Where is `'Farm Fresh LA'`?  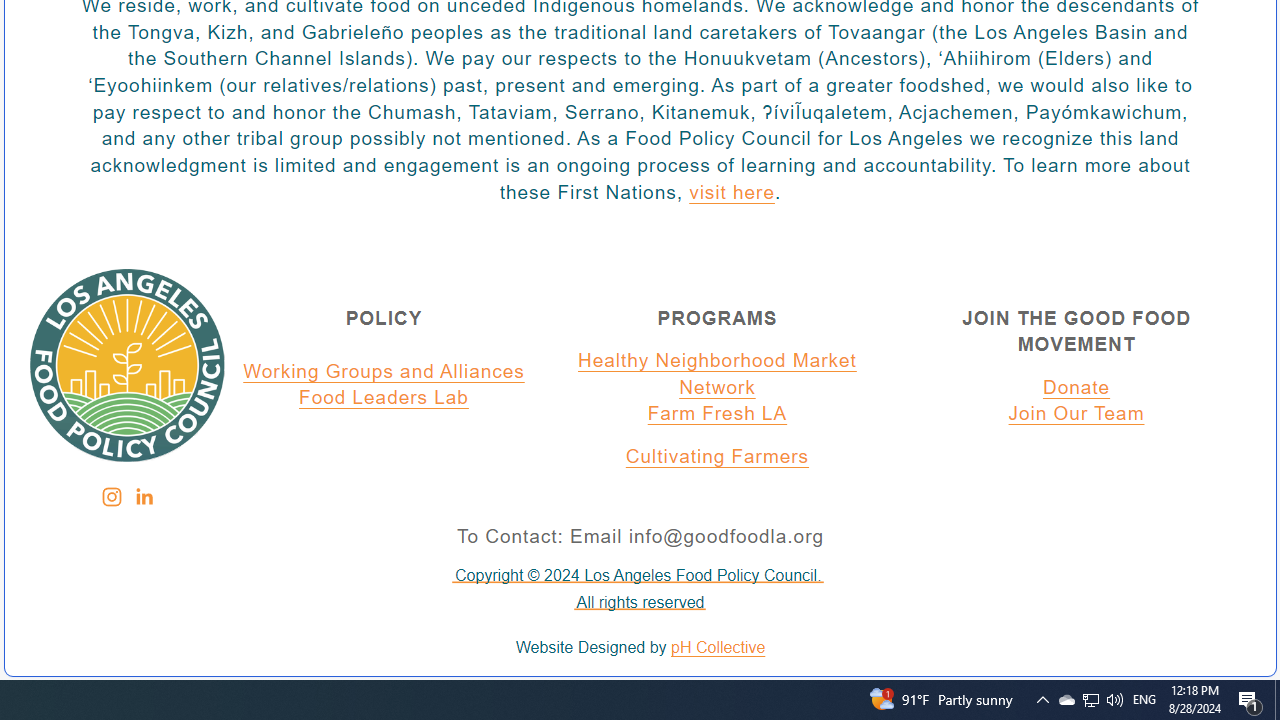 'Farm Fresh LA' is located at coordinates (717, 414).